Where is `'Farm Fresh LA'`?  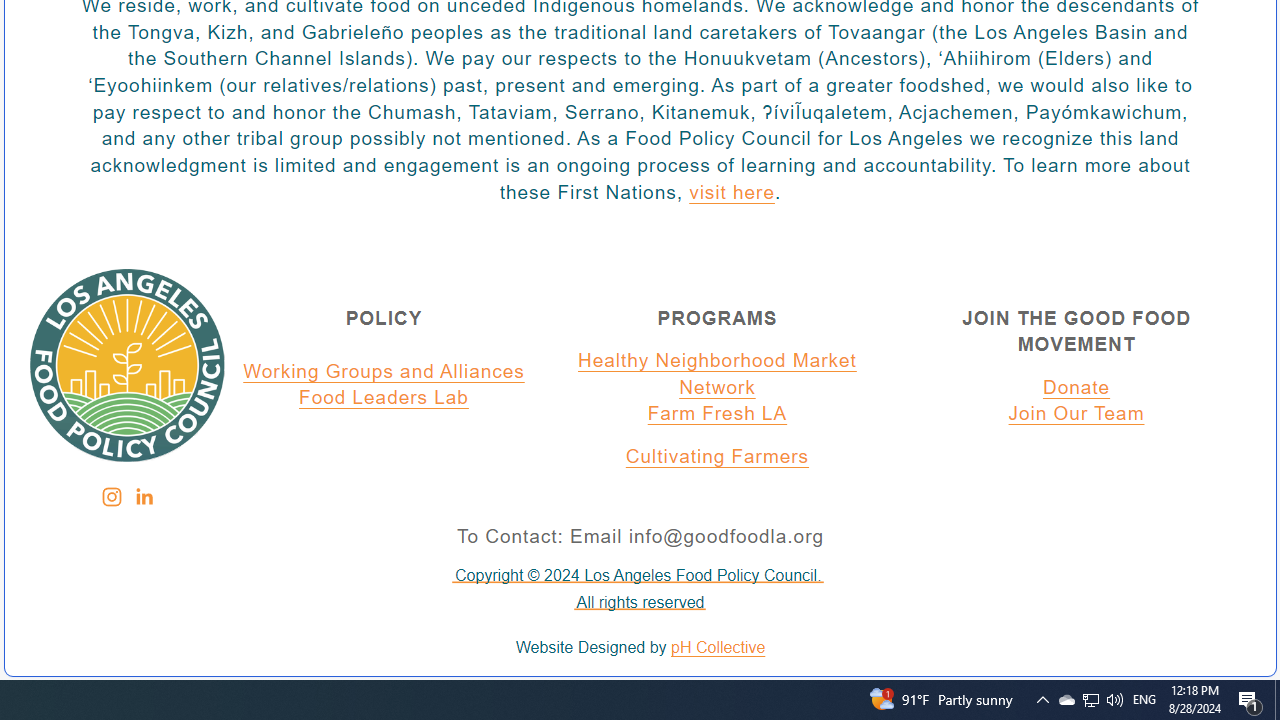 'Farm Fresh LA' is located at coordinates (717, 414).